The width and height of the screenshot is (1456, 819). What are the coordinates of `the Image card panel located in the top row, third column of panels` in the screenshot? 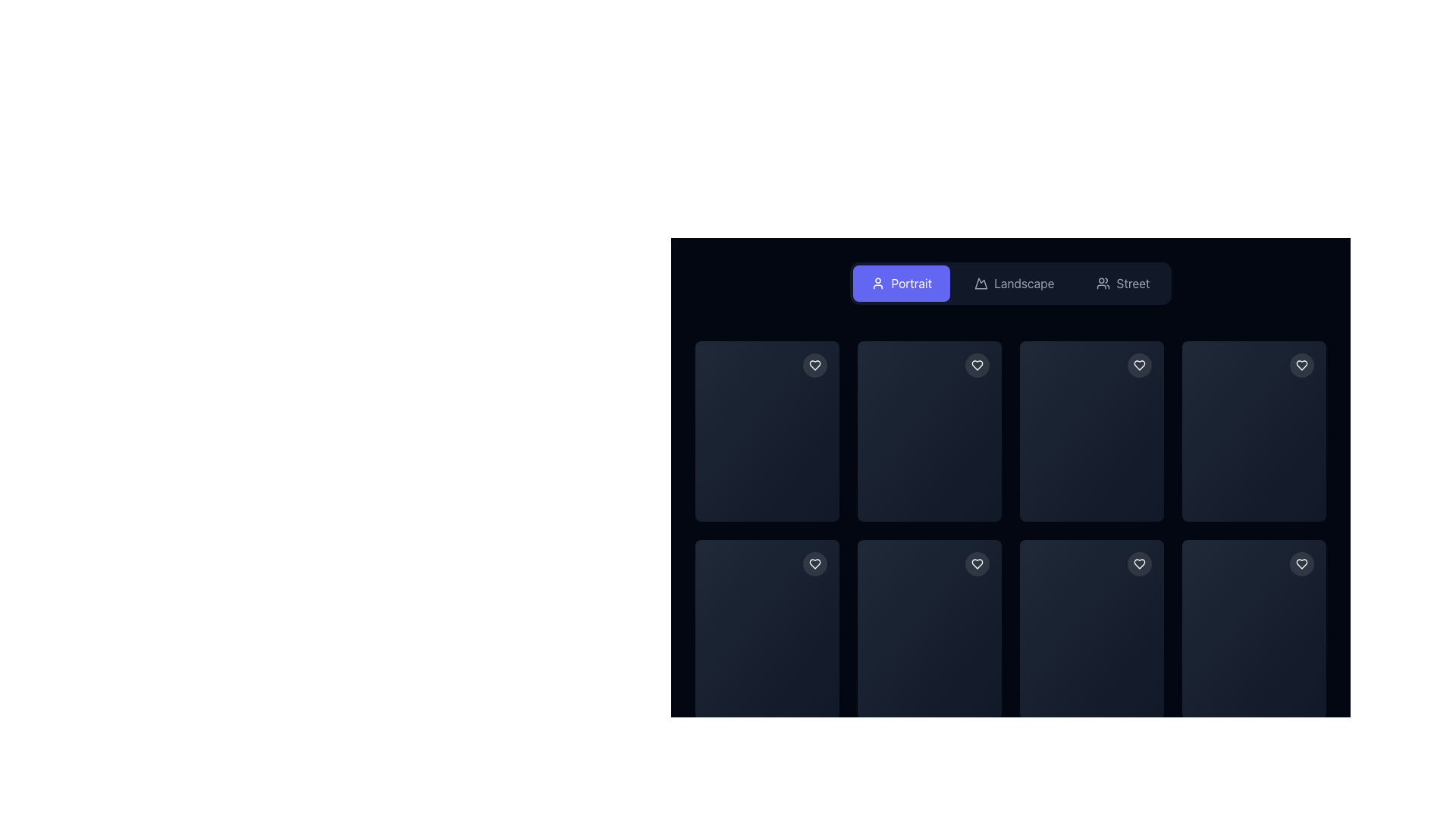 It's located at (1092, 431).